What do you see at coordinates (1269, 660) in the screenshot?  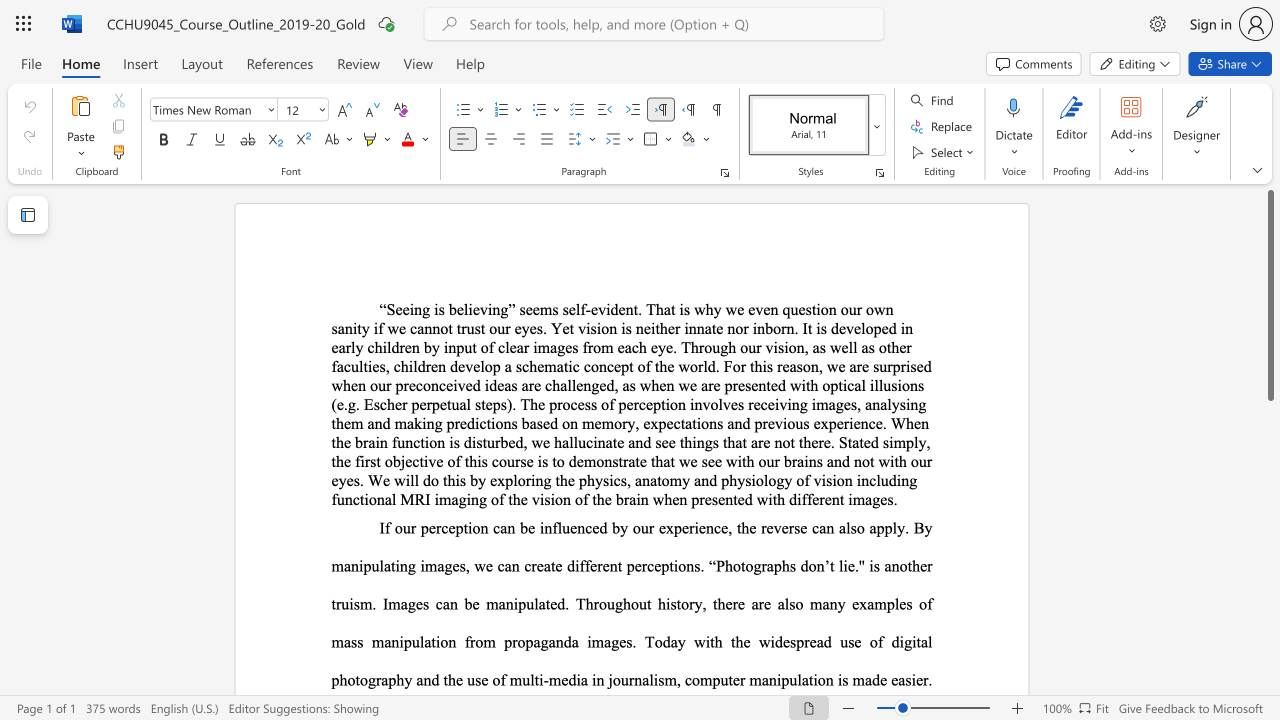 I see `the scrollbar on the right to shift the page lower` at bounding box center [1269, 660].